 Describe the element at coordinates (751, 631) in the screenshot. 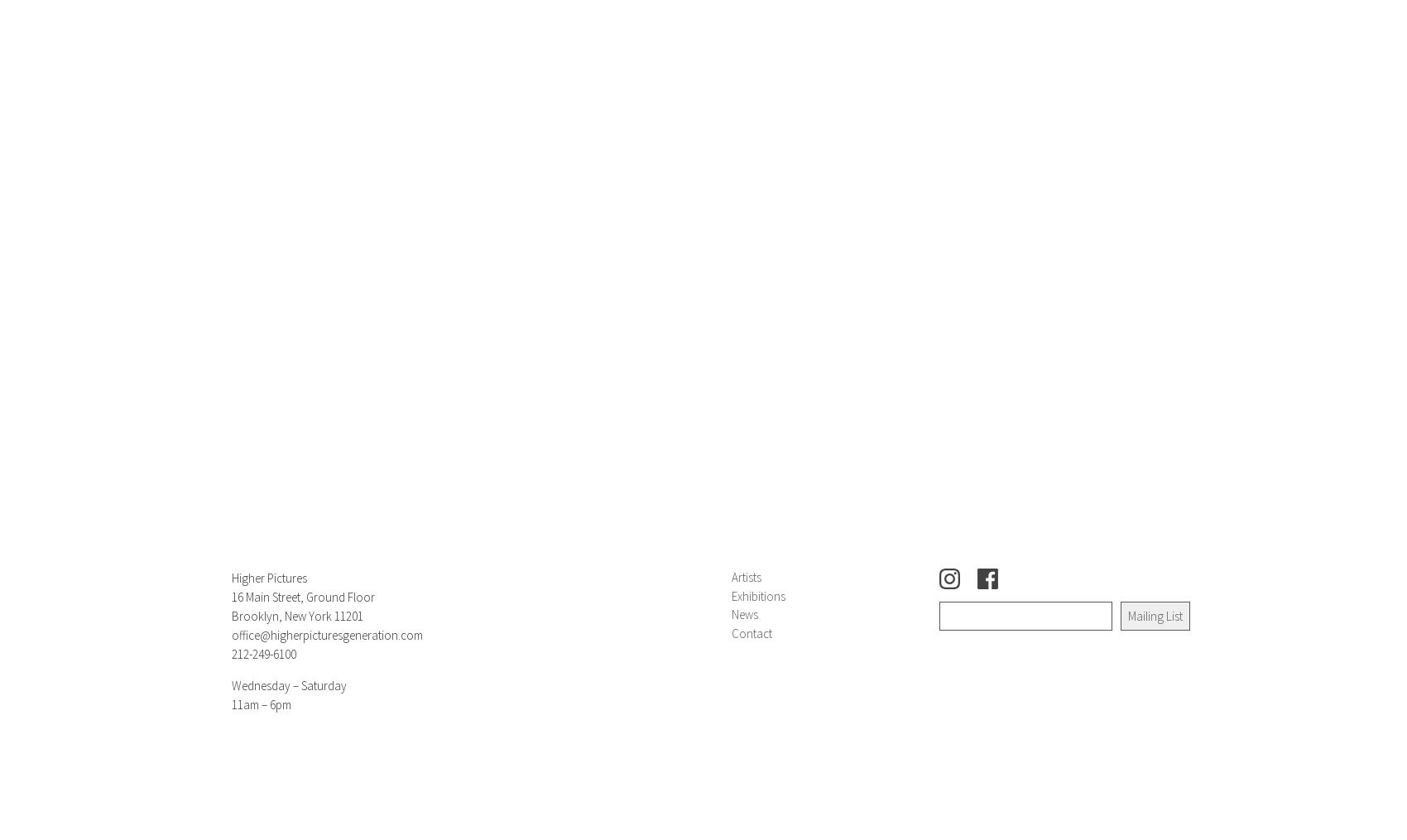

I see `'Contact'` at that location.